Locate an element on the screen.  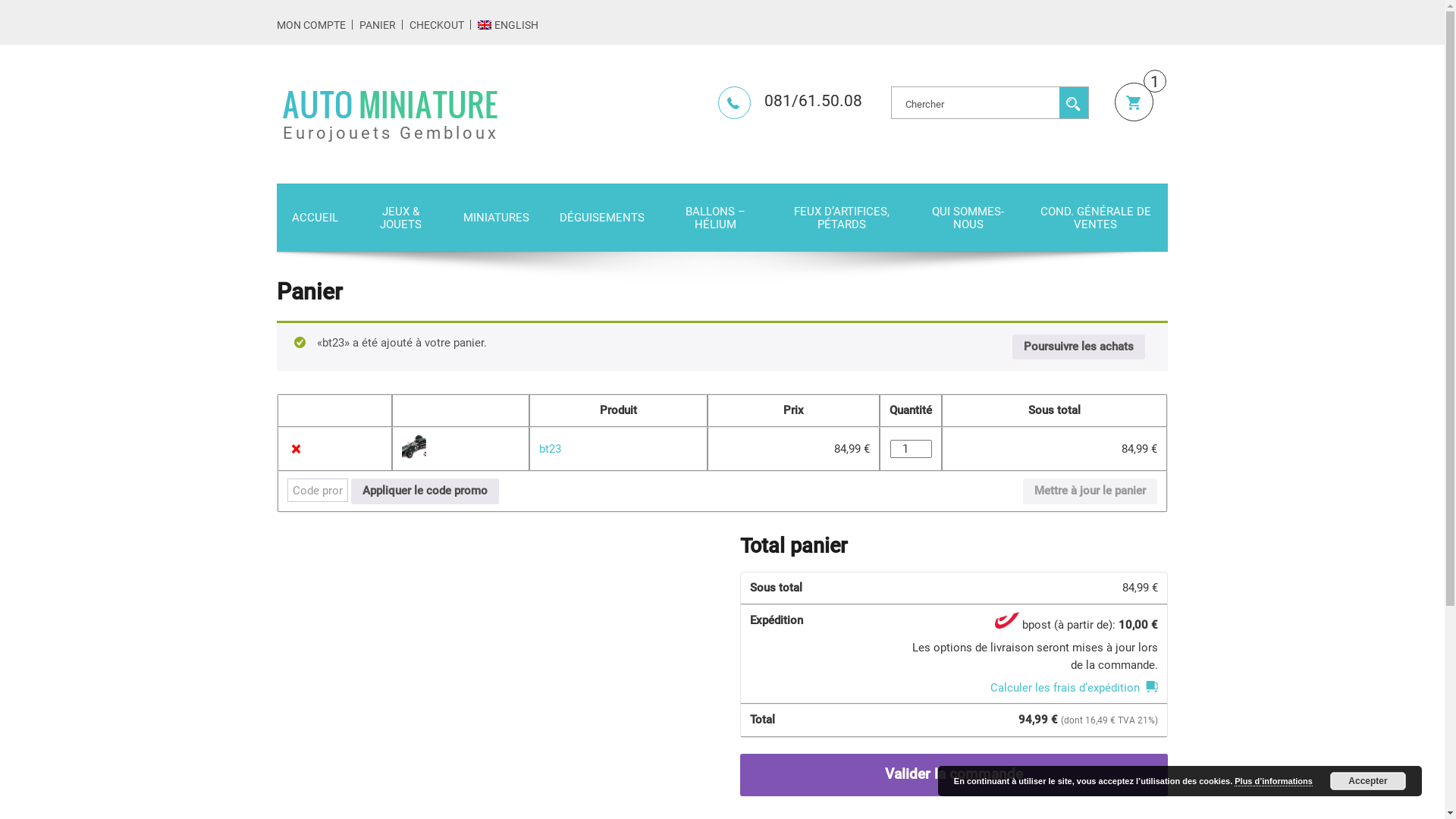
'JEUX & JOUETS' is located at coordinates (400, 217).